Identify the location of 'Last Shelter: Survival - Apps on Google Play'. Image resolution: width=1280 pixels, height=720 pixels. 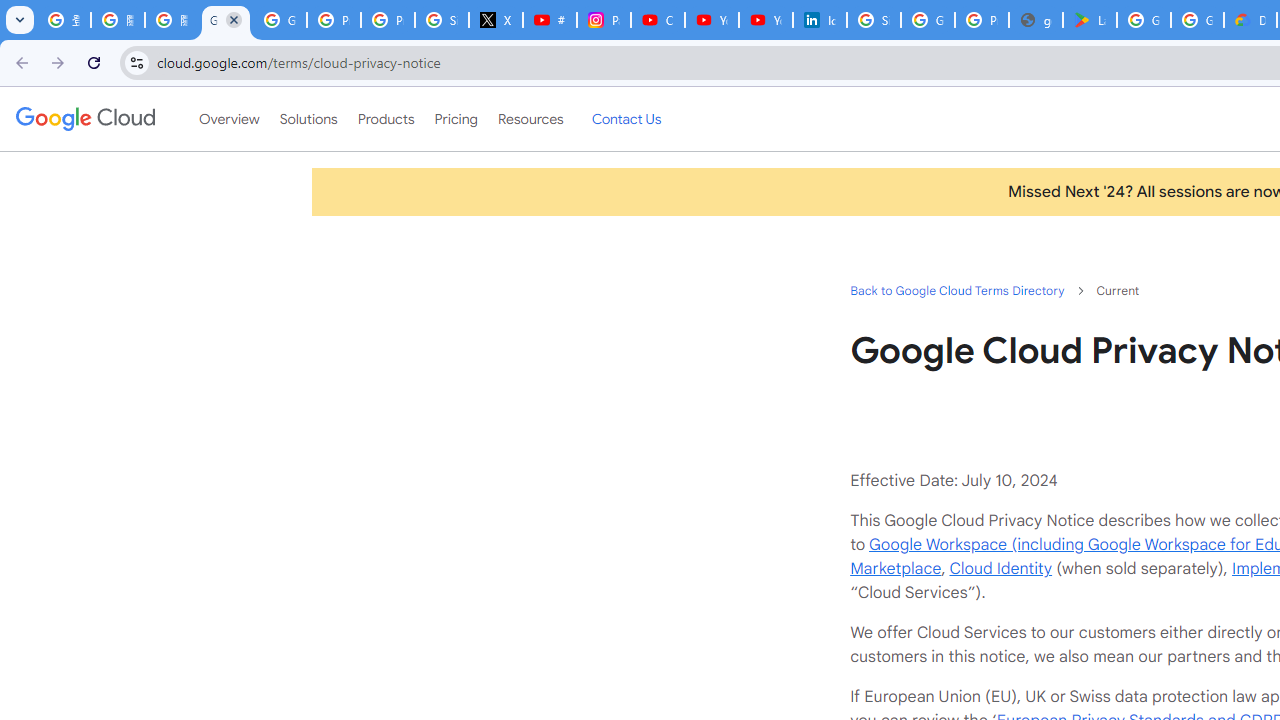
(1088, 20).